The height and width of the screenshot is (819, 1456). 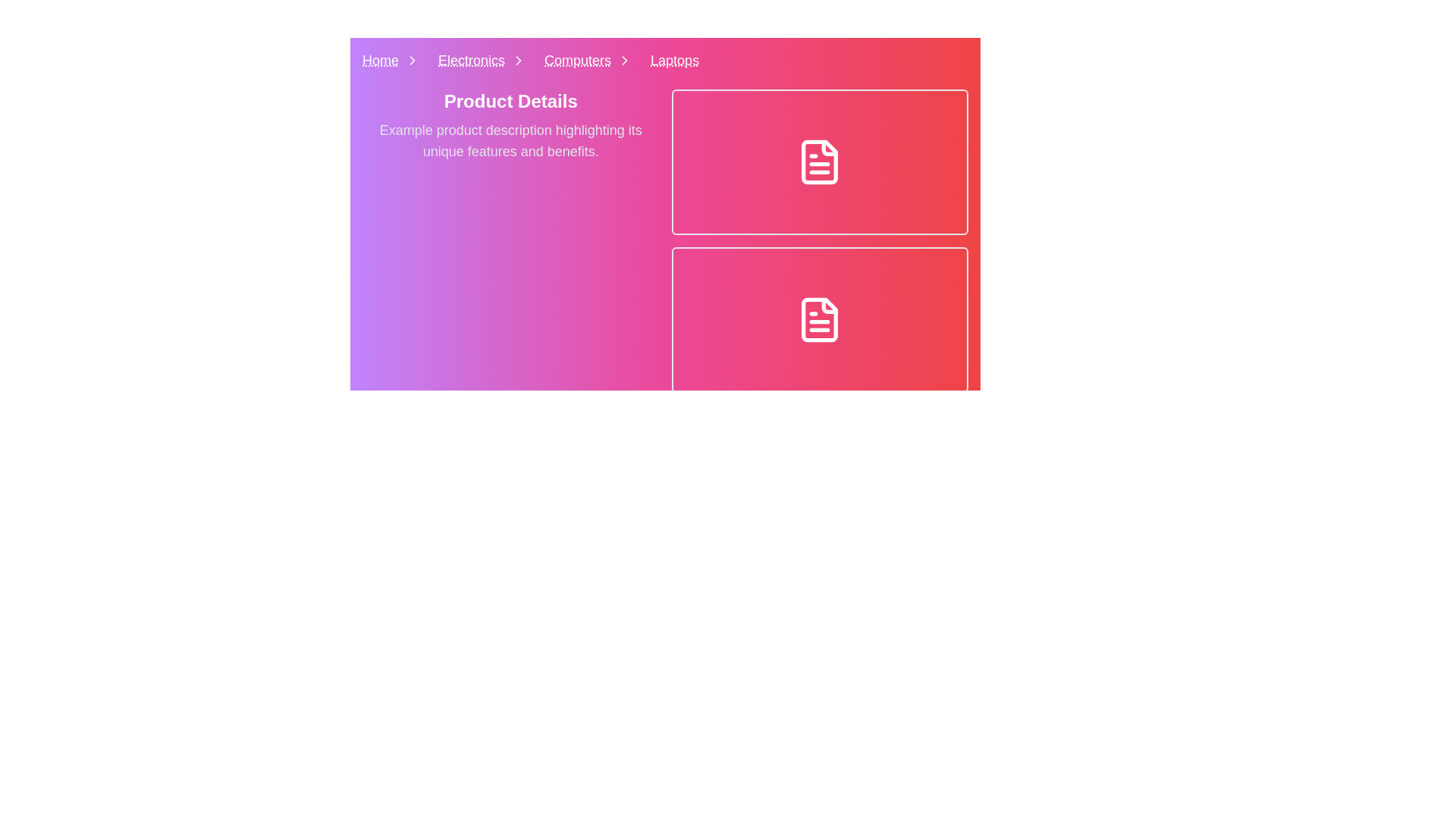 I want to click on the right-facing chevron icon in the breadcrumb navigation bar located between 'Computers' and 'Laptops', so click(x=625, y=60).